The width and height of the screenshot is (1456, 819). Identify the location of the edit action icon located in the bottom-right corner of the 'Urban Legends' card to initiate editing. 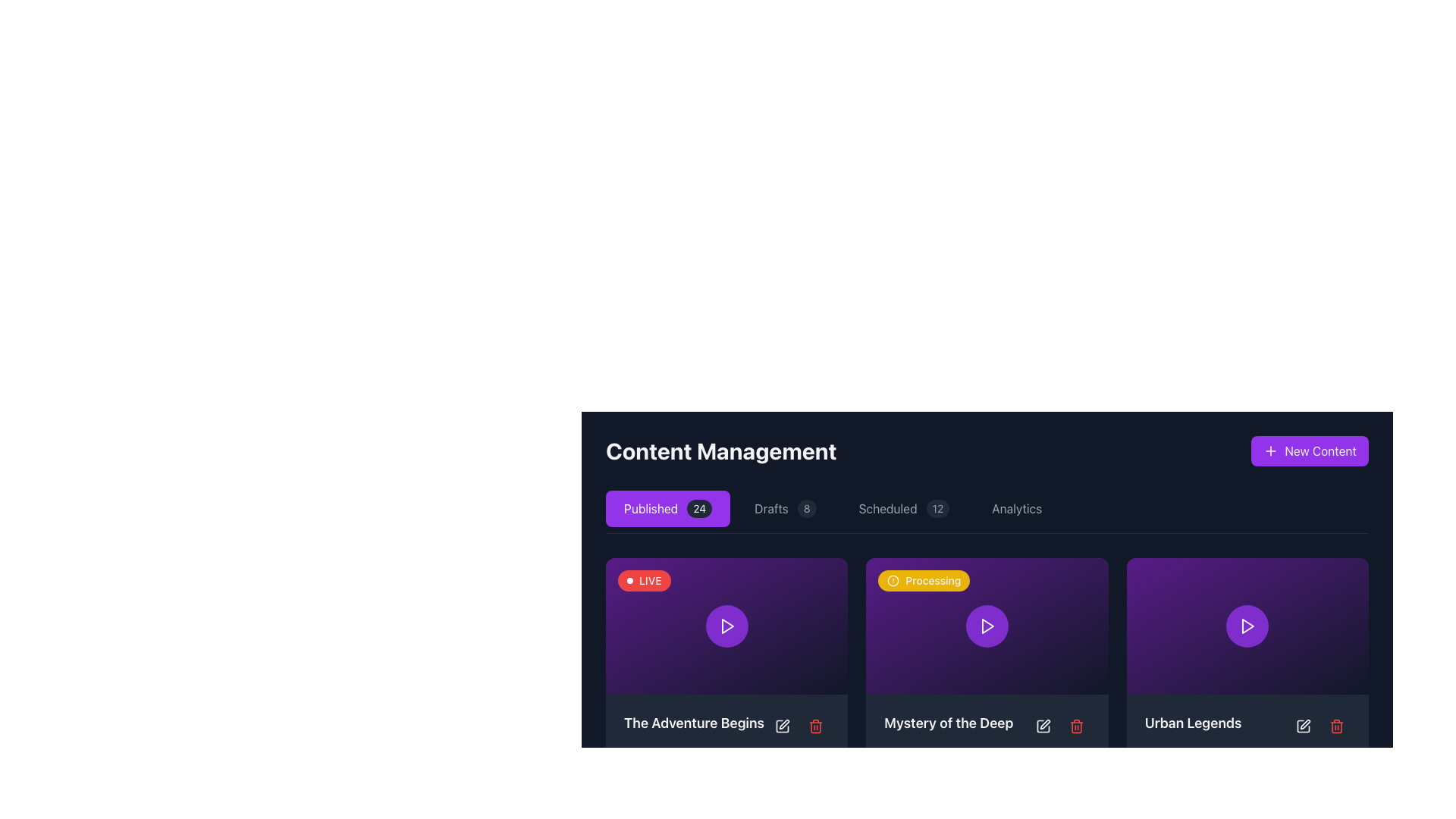
(1304, 723).